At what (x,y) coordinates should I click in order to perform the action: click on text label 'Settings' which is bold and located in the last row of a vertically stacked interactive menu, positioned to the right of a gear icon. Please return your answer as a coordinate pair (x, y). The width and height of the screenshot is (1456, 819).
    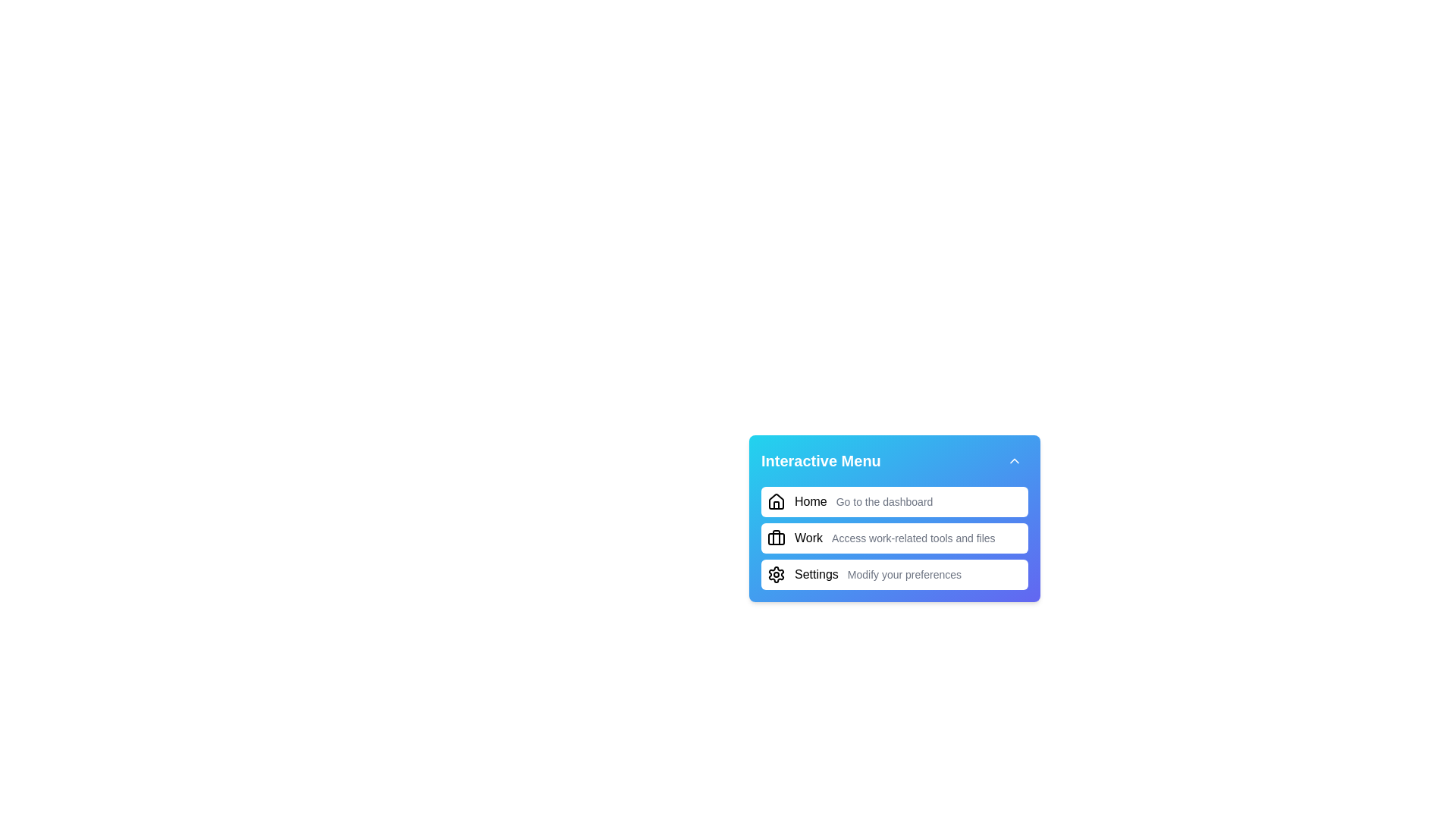
    Looking at the image, I should click on (815, 575).